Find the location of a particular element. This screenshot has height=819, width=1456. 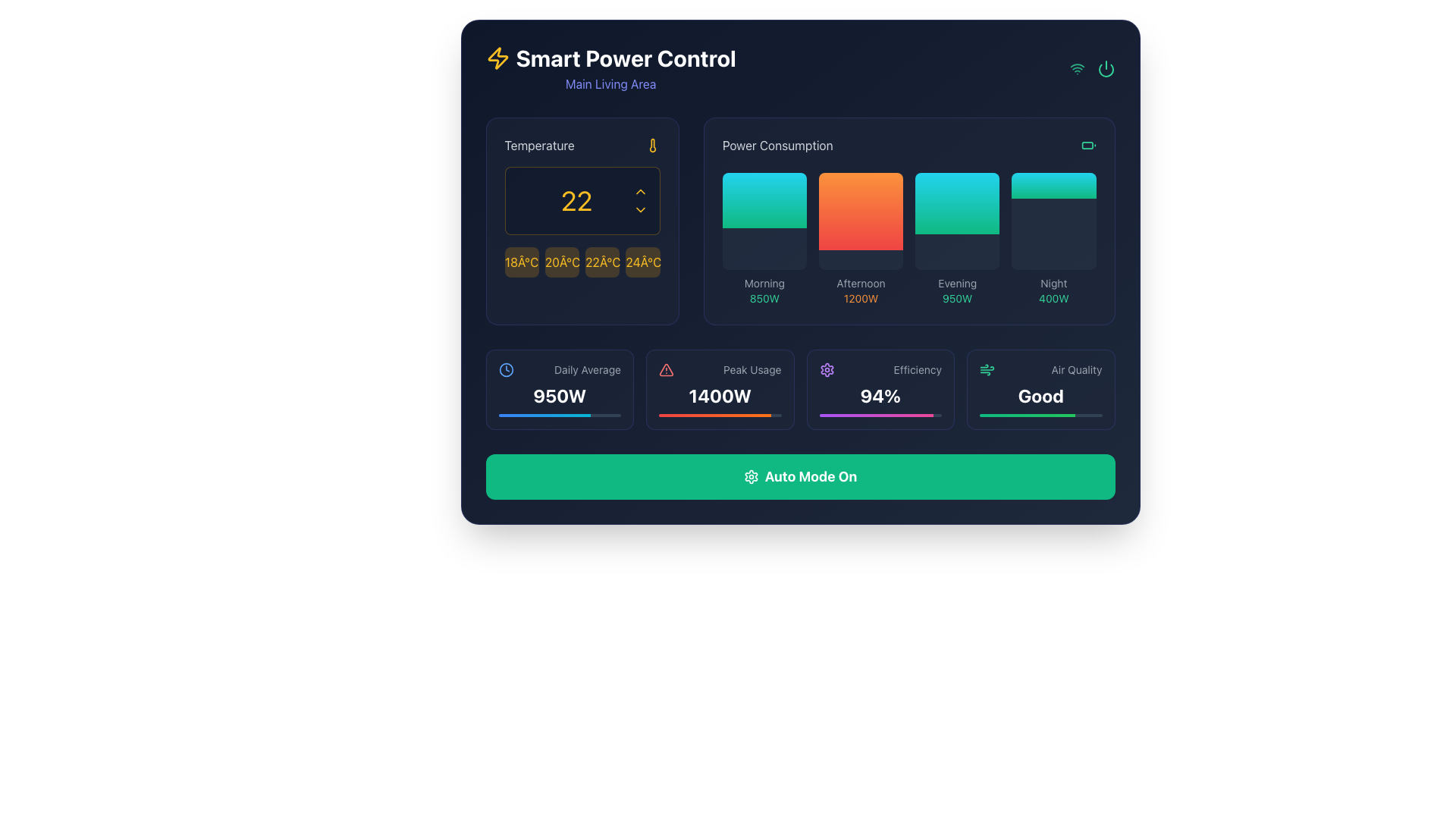

the stacked chevron-shaped icons (up and down arrows) in amber color located on the right side of the 'Temperature' section, aligned vertically with the number 22 is located at coordinates (640, 200).